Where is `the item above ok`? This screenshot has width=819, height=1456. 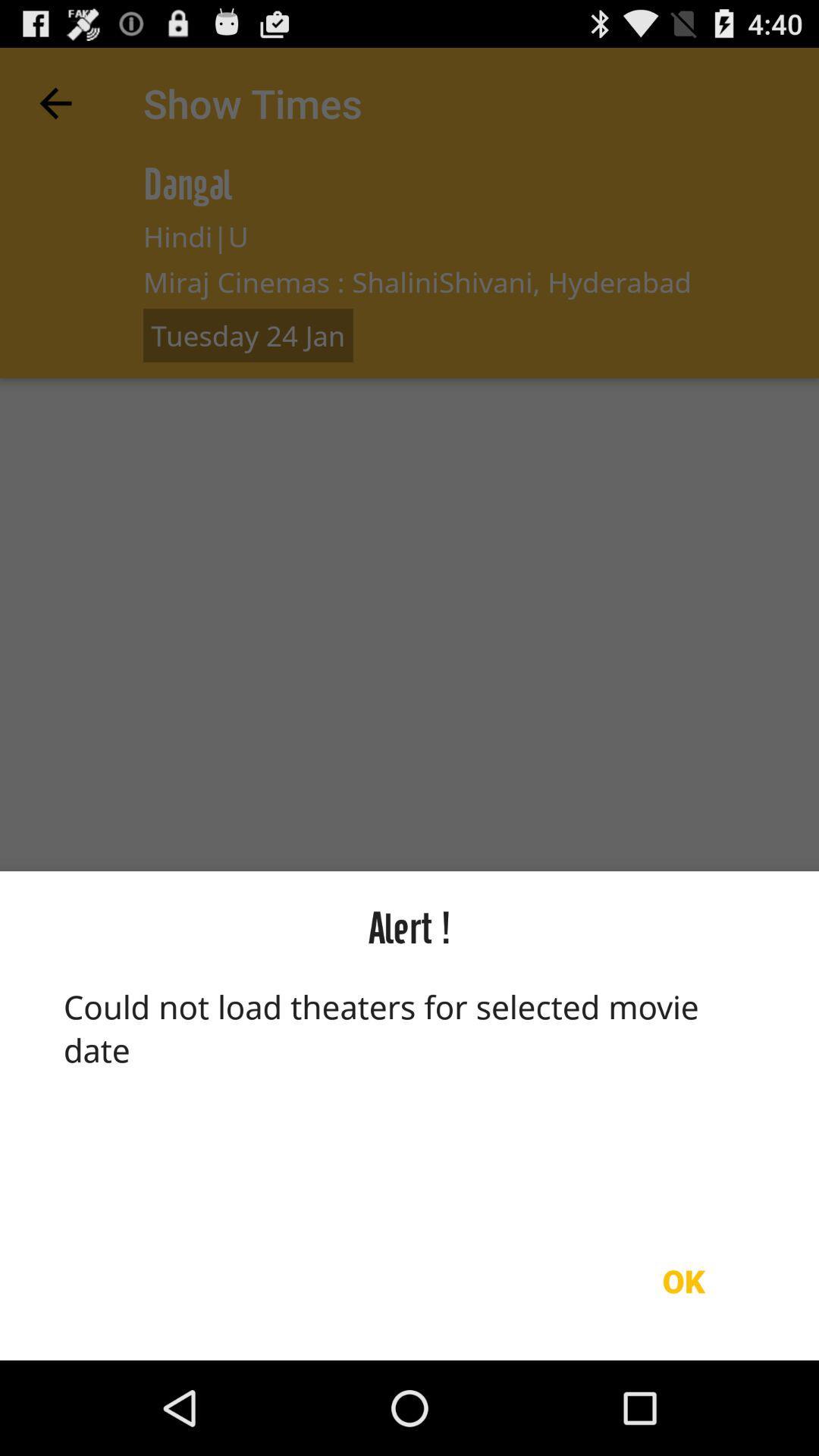
the item above ok is located at coordinates (409, 1093).